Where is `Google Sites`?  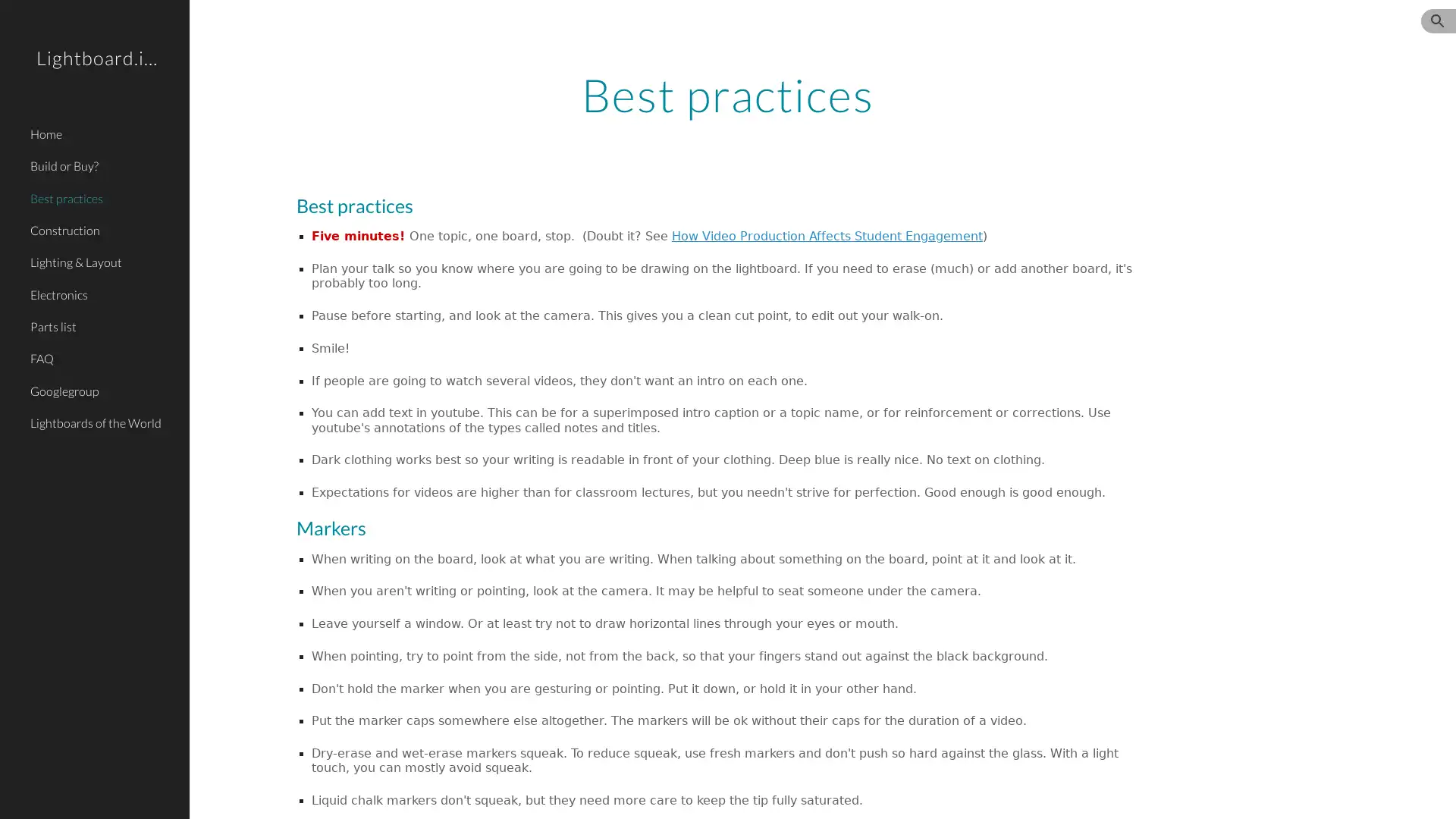 Google Sites is located at coordinates (307, 792).